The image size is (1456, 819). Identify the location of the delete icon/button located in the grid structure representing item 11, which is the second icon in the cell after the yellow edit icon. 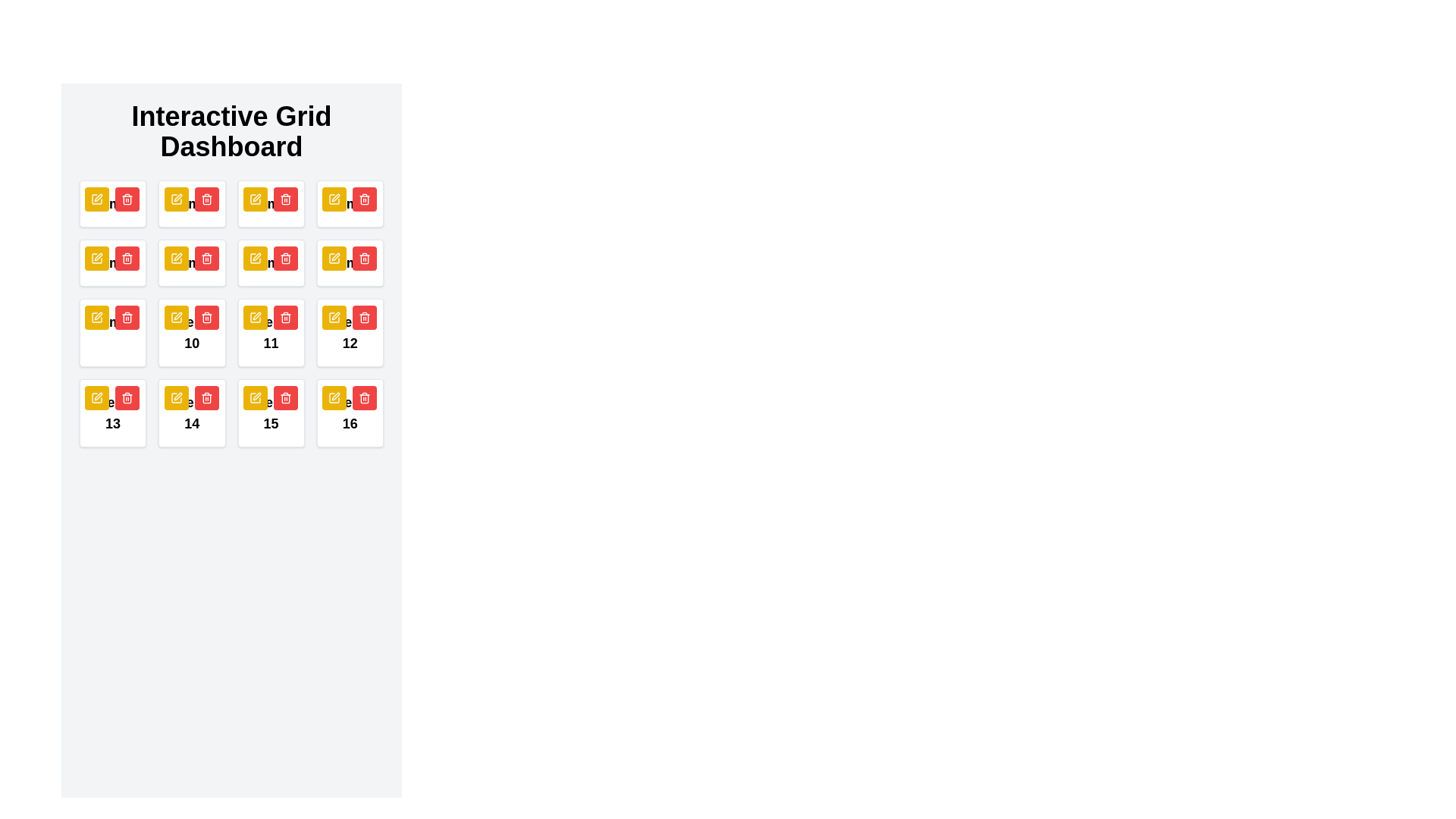
(285, 257).